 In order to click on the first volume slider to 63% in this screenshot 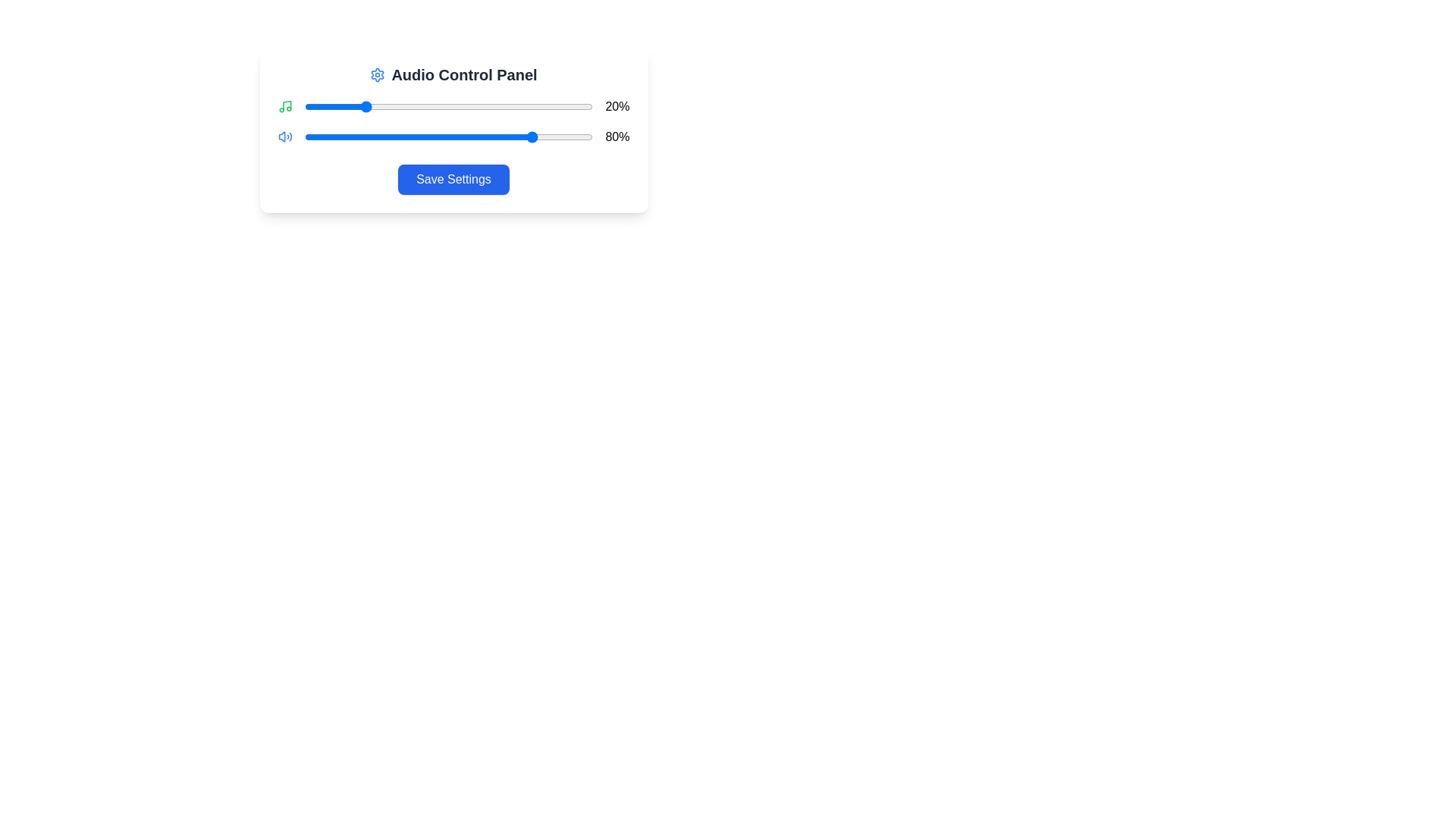, I will do `click(486, 106)`.